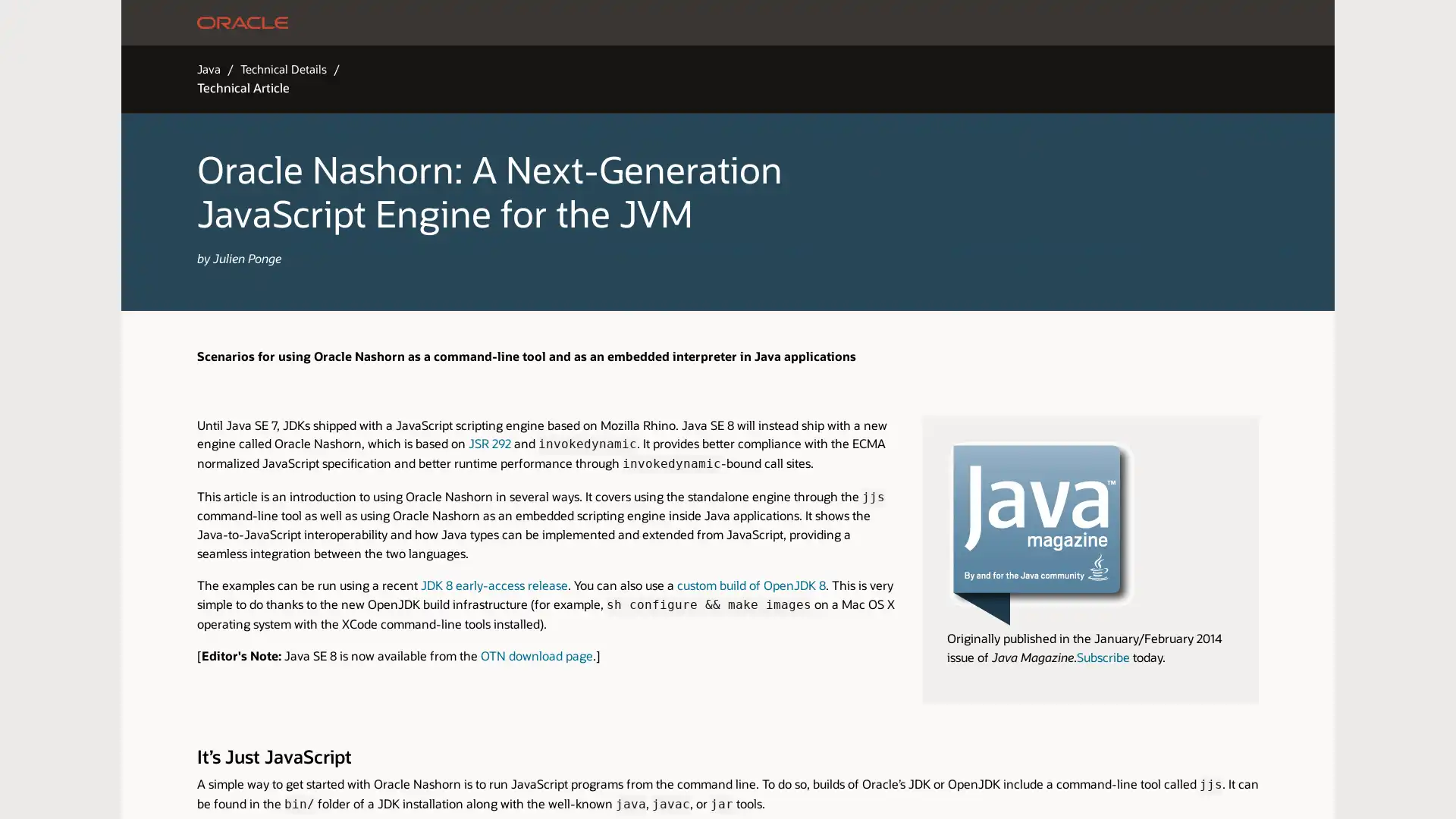 The image size is (1456, 819). What do you see at coordinates (571, 22) in the screenshot?
I see `Resources` at bounding box center [571, 22].